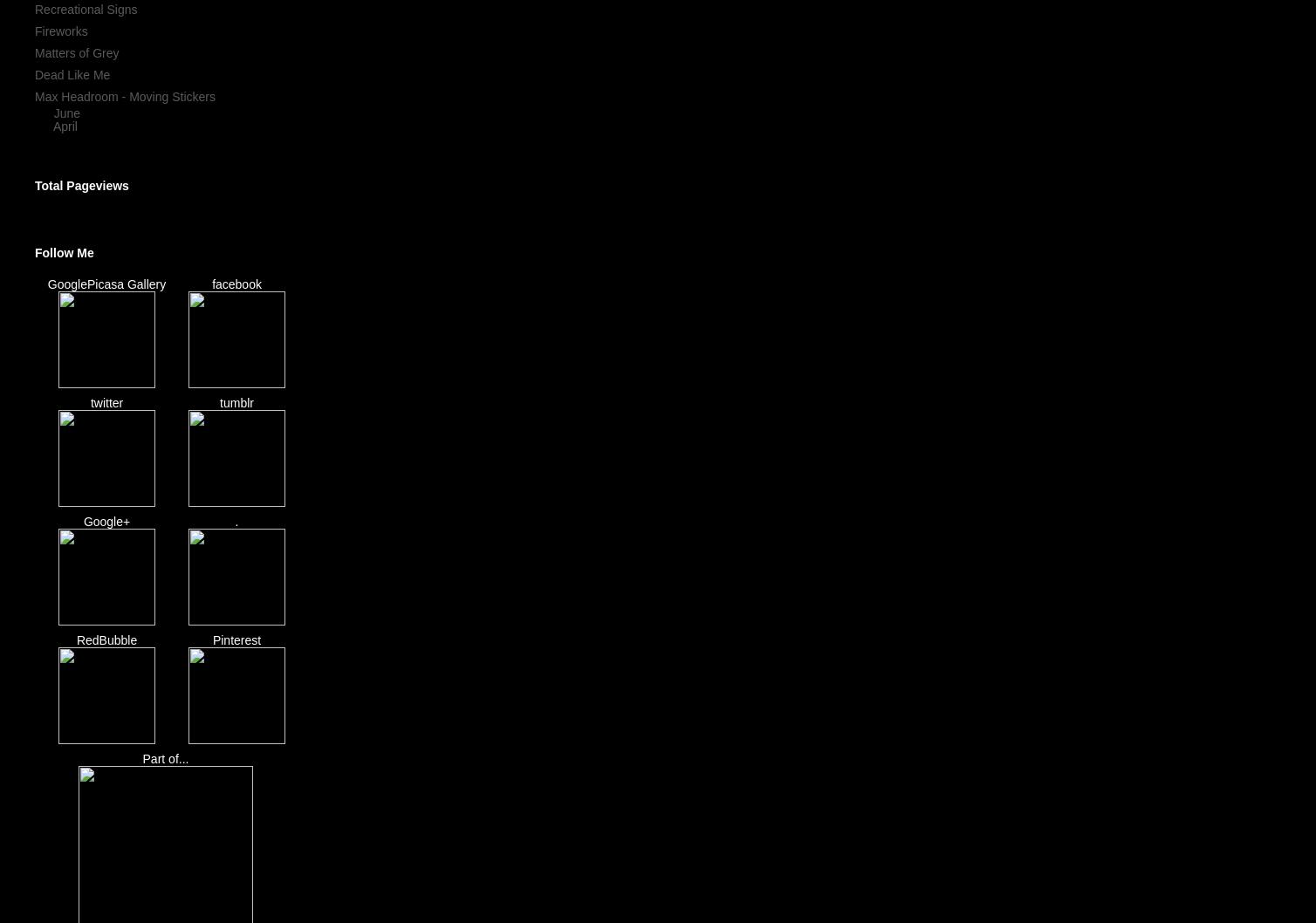  What do you see at coordinates (124, 95) in the screenshot?
I see `'Max Headroom - Moving Stickers'` at bounding box center [124, 95].